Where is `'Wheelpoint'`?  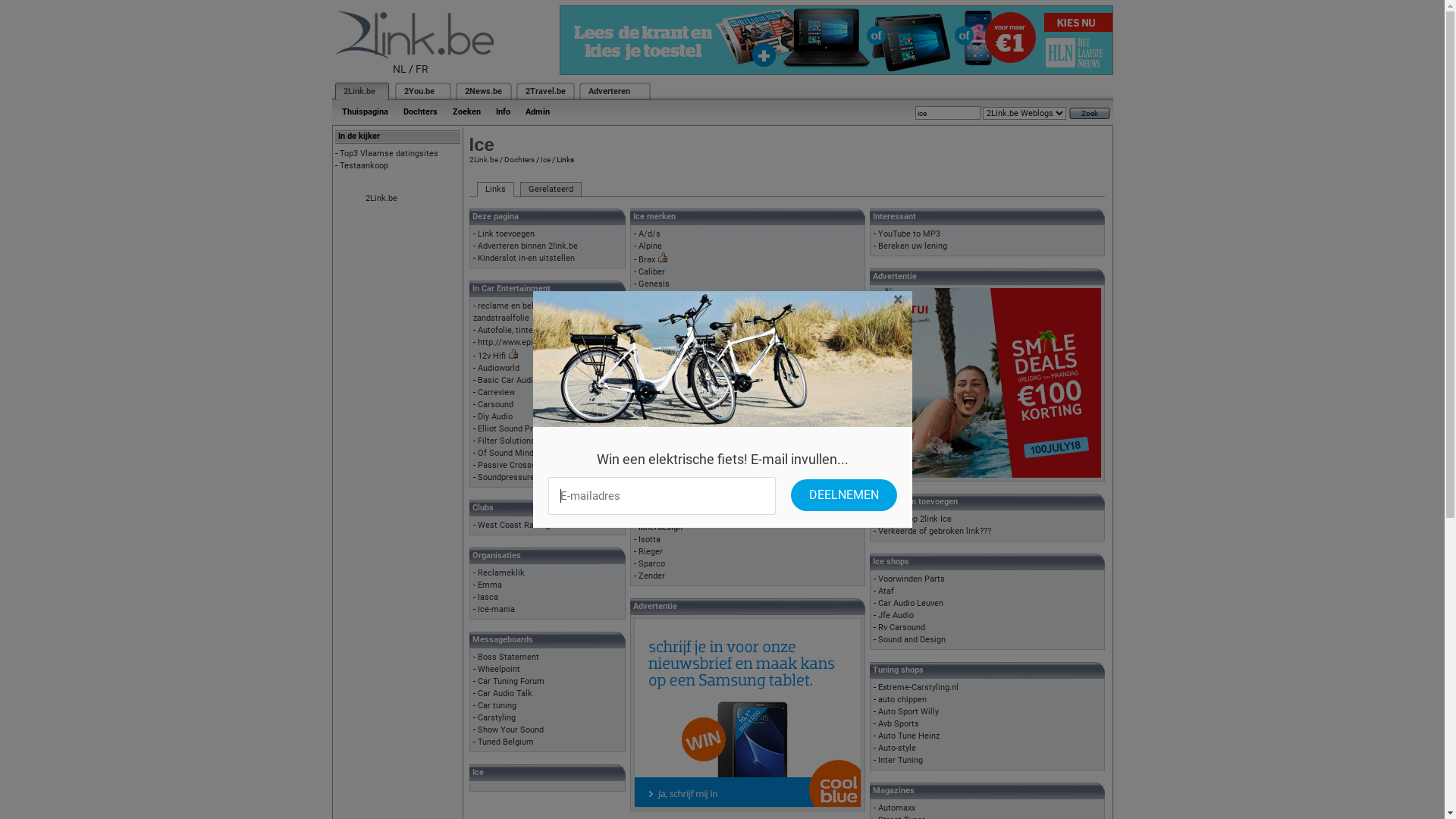
'Wheelpoint' is located at coordinates (498, 668).